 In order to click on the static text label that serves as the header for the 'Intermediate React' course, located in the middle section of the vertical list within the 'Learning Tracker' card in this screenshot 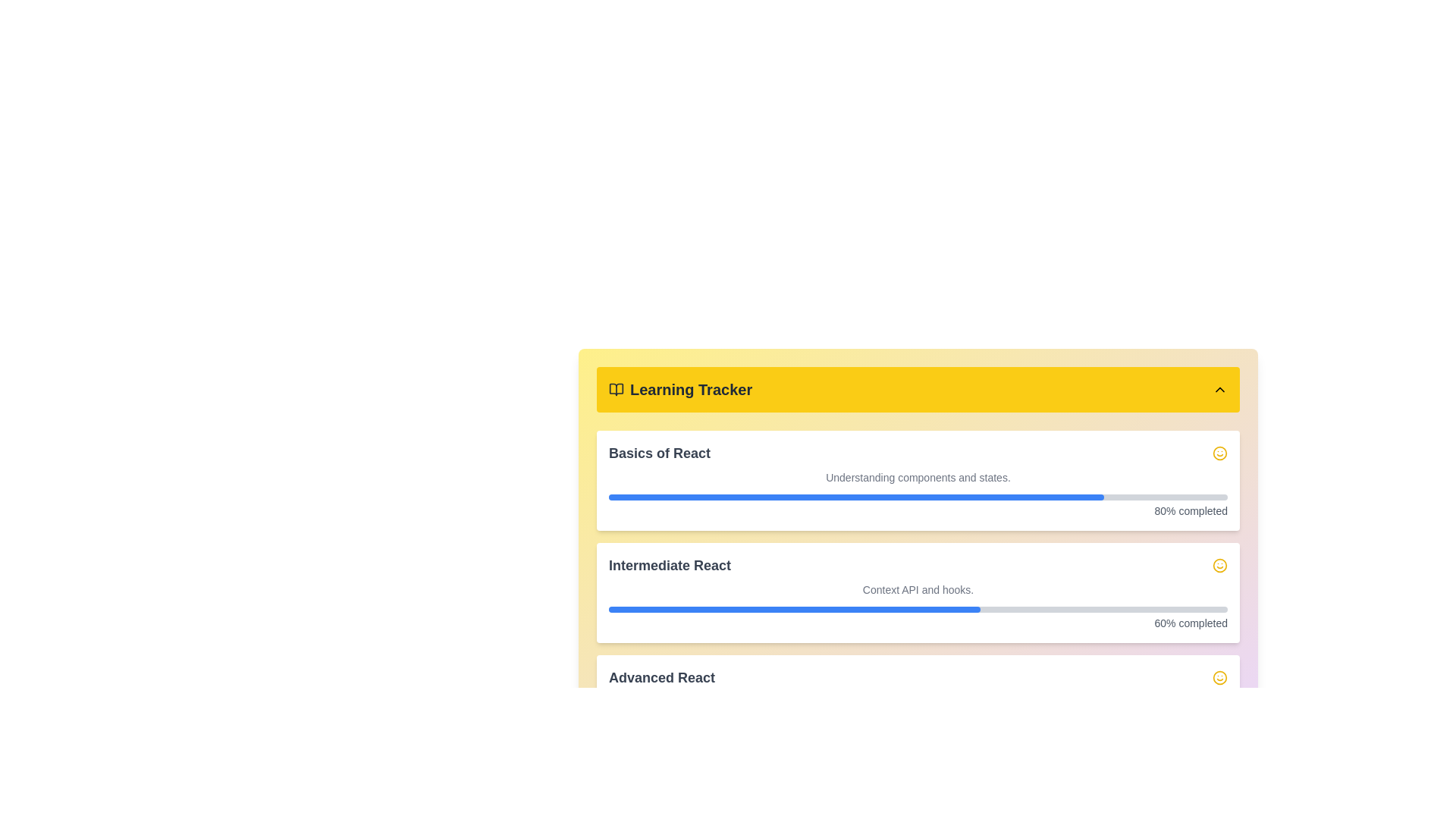, I will do `click(669, 565)`.